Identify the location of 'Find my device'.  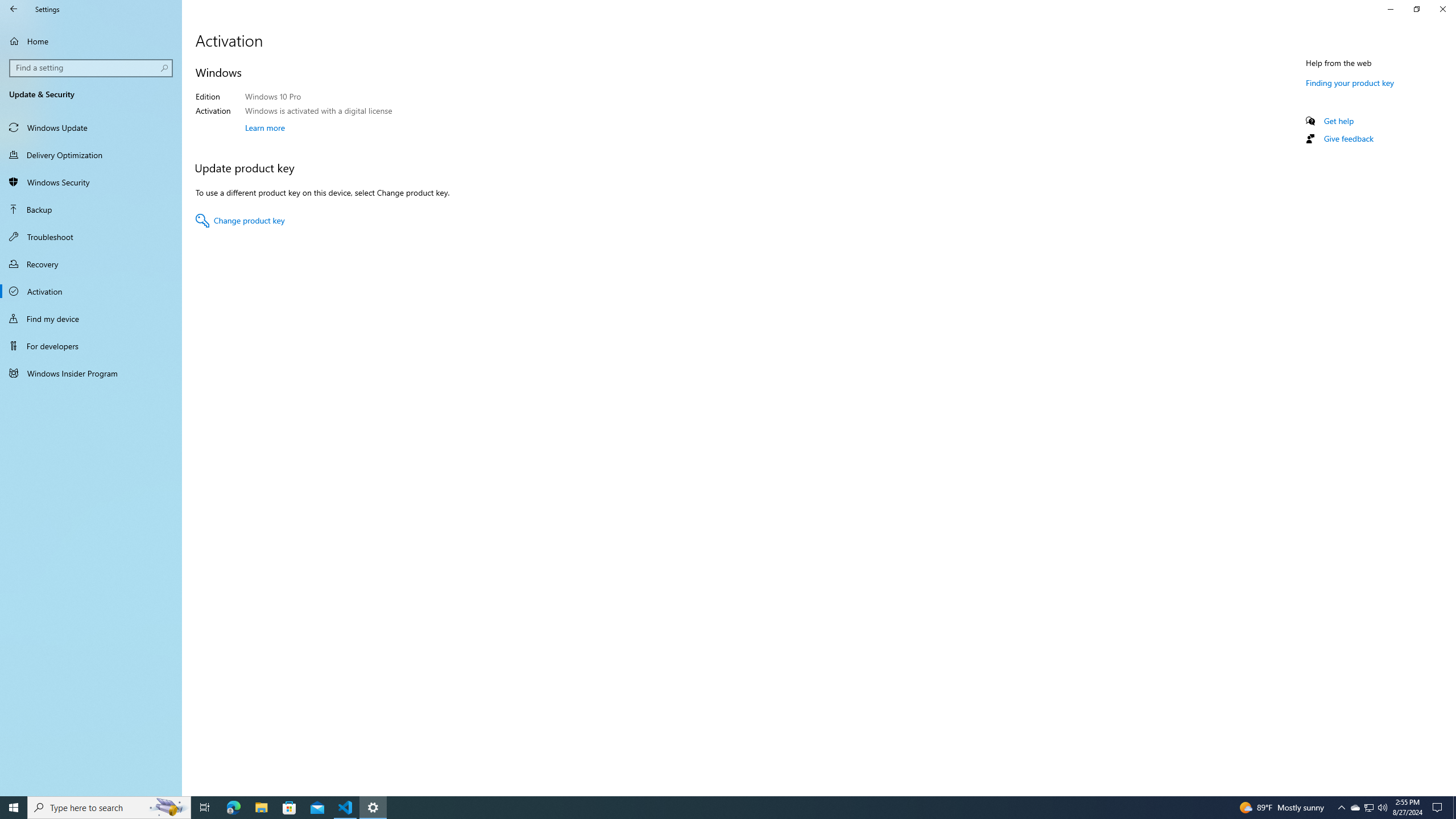
(90, 318).